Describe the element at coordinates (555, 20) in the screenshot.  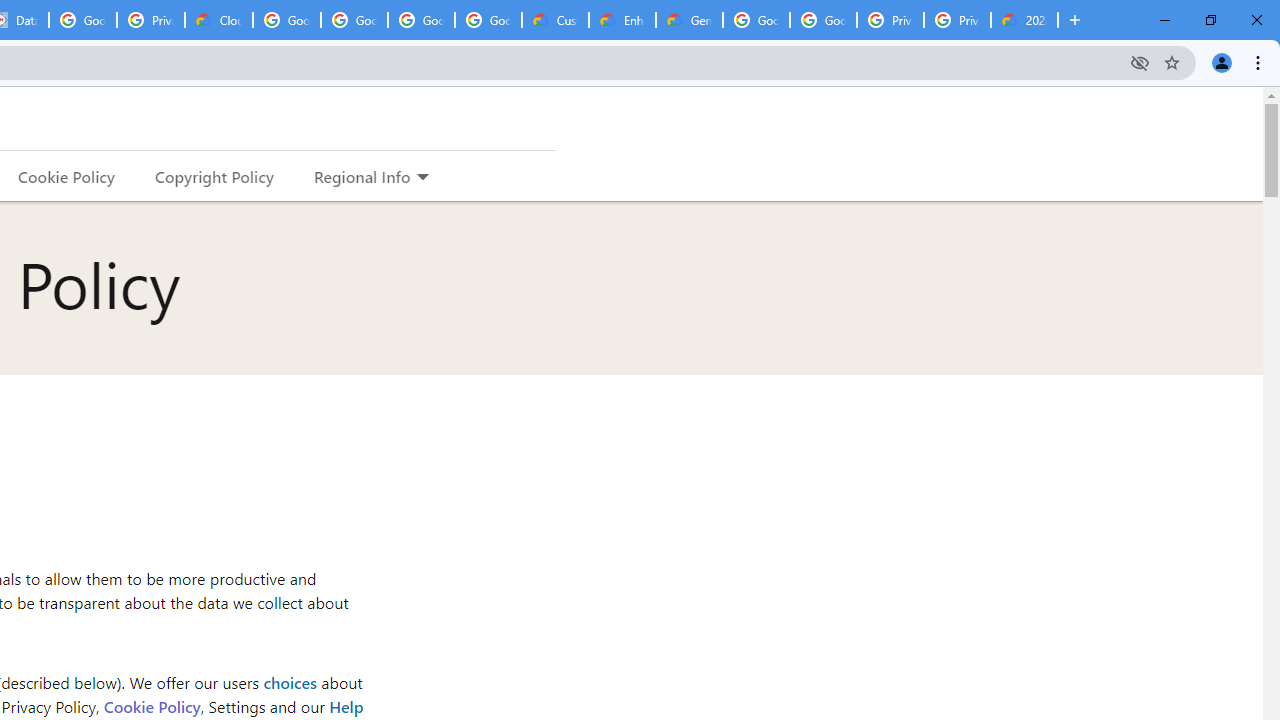
I see `'Customer Care | Google Cloud'` at that location.